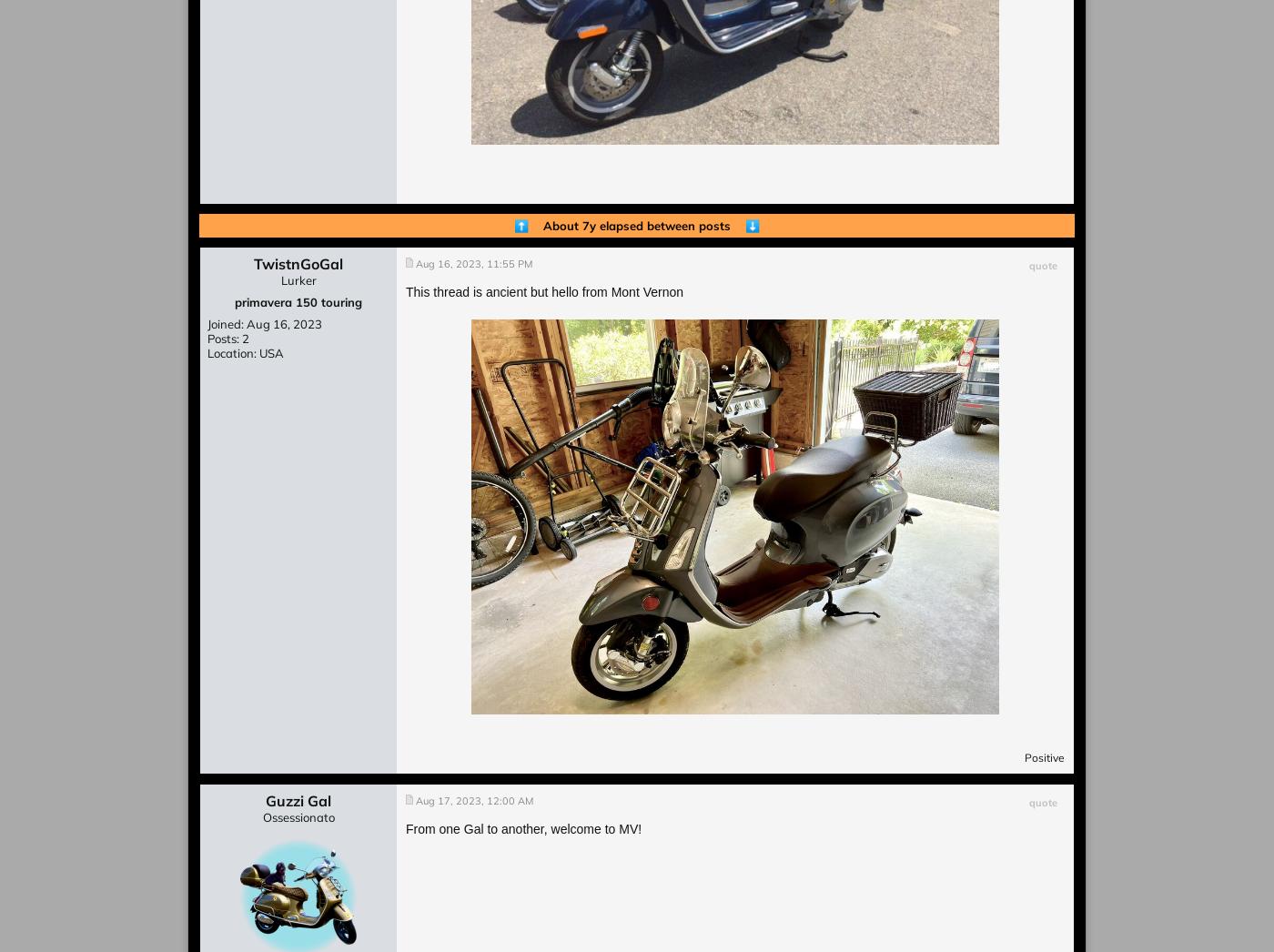  I want to click on 'TwistnGoGal', so click(298, 263).